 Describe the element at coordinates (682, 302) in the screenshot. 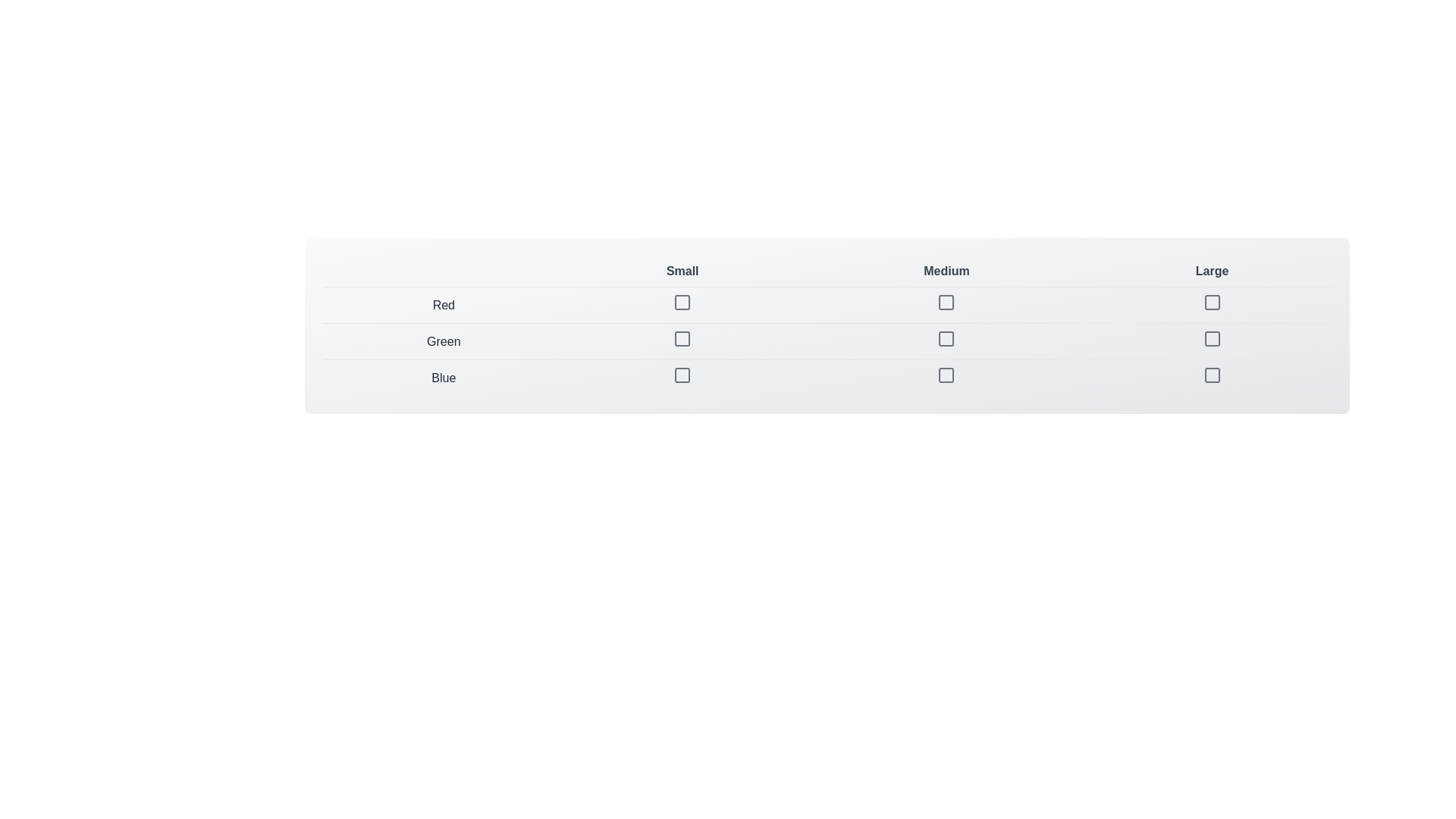

I see `the checkbox located in the first row under the 'Small' column header, next to the 'Red' label, for keyboard interaction` at that location.